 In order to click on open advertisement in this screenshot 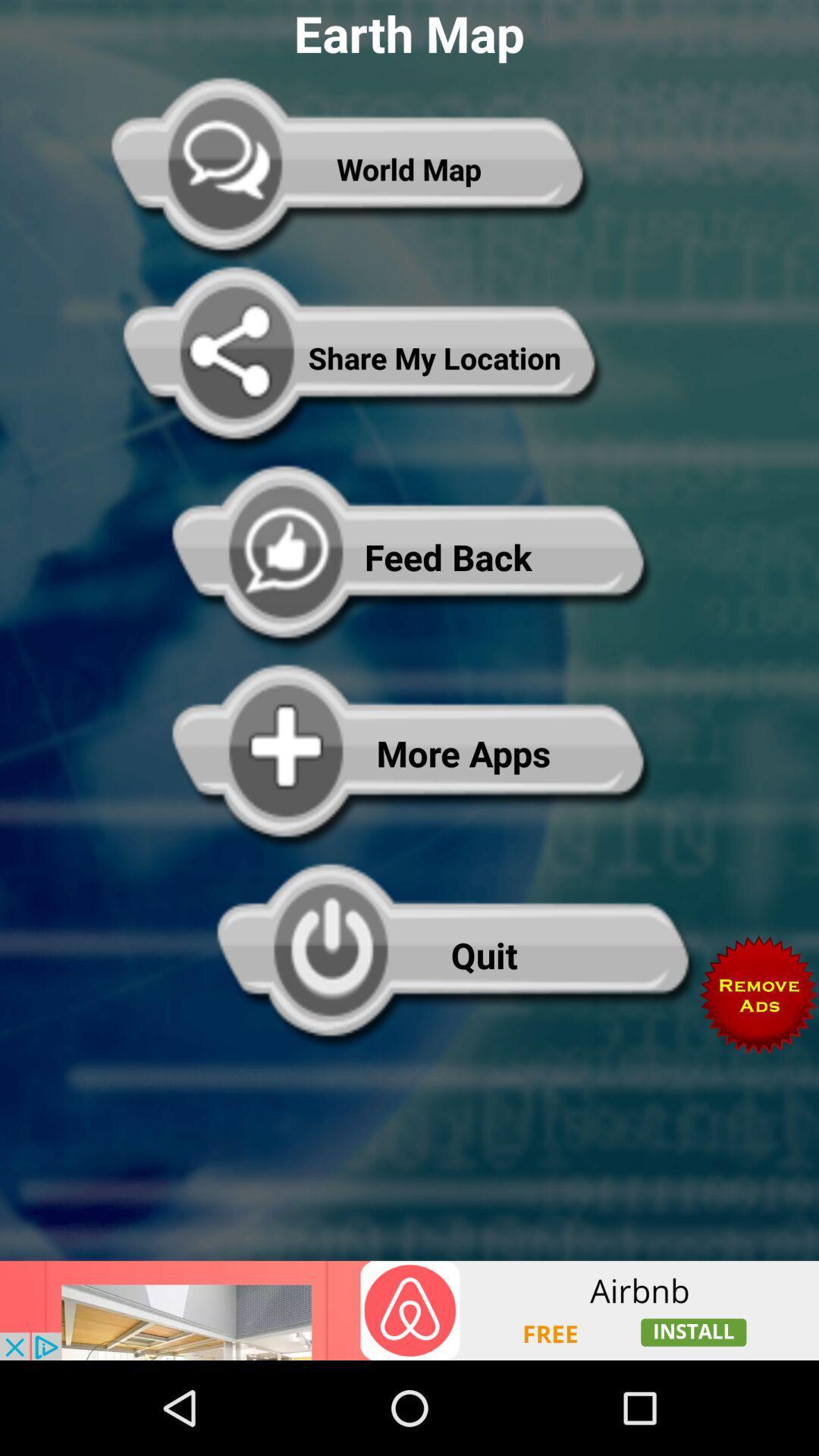, I will do `click(409, 1310)`.